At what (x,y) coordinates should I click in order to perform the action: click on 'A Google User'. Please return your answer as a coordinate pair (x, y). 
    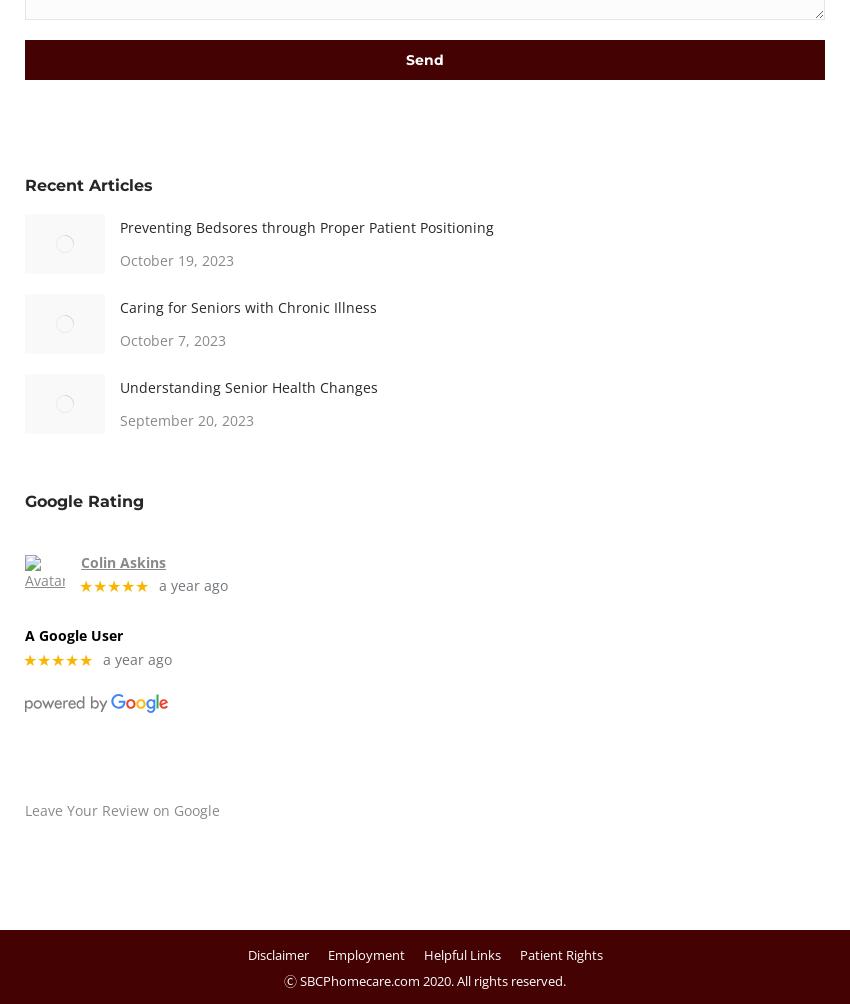
    Looking at the image, I should click on (74, 634).